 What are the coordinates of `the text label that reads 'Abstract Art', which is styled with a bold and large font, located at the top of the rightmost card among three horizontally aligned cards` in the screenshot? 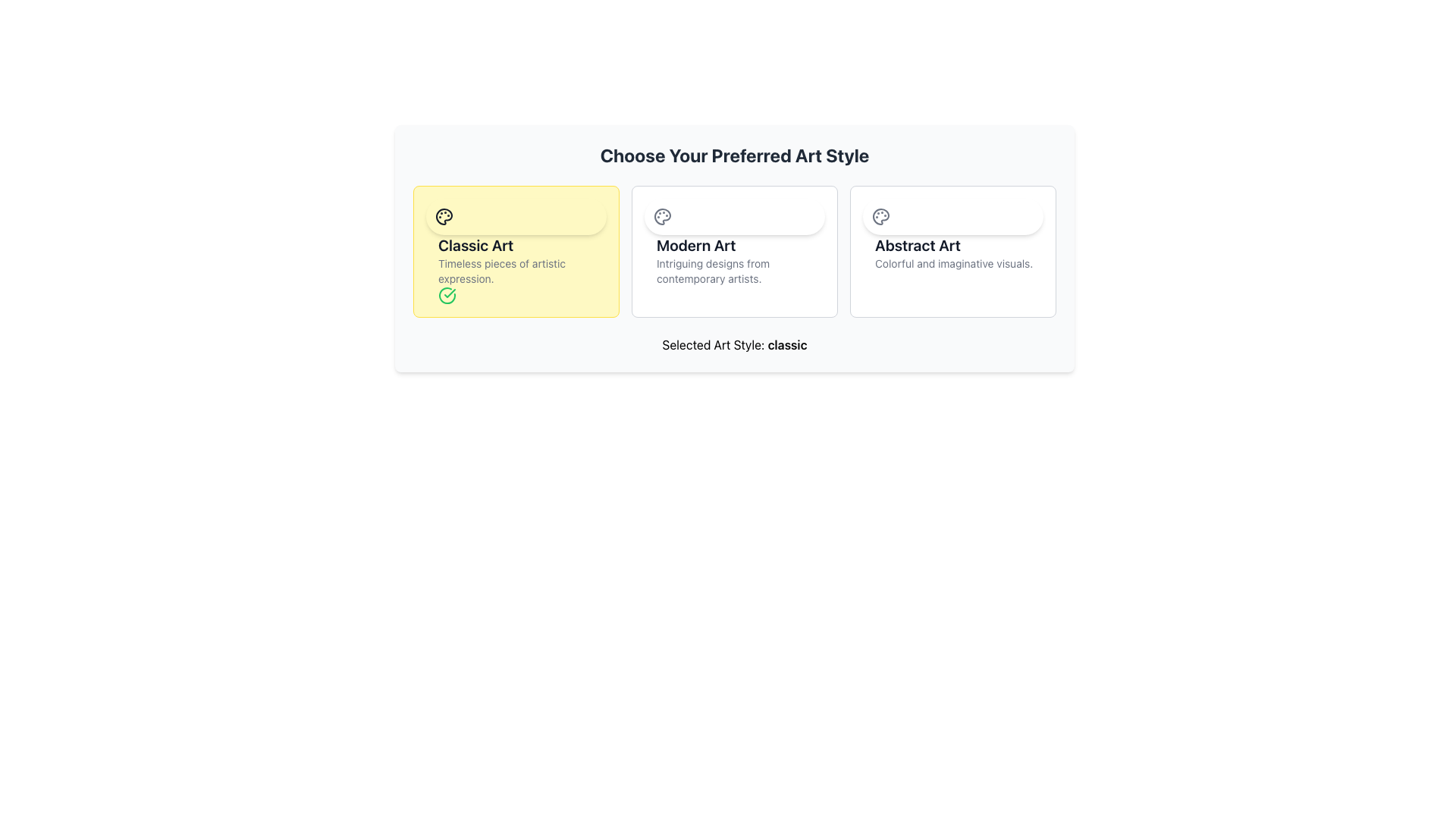 It's located at (959, 245).